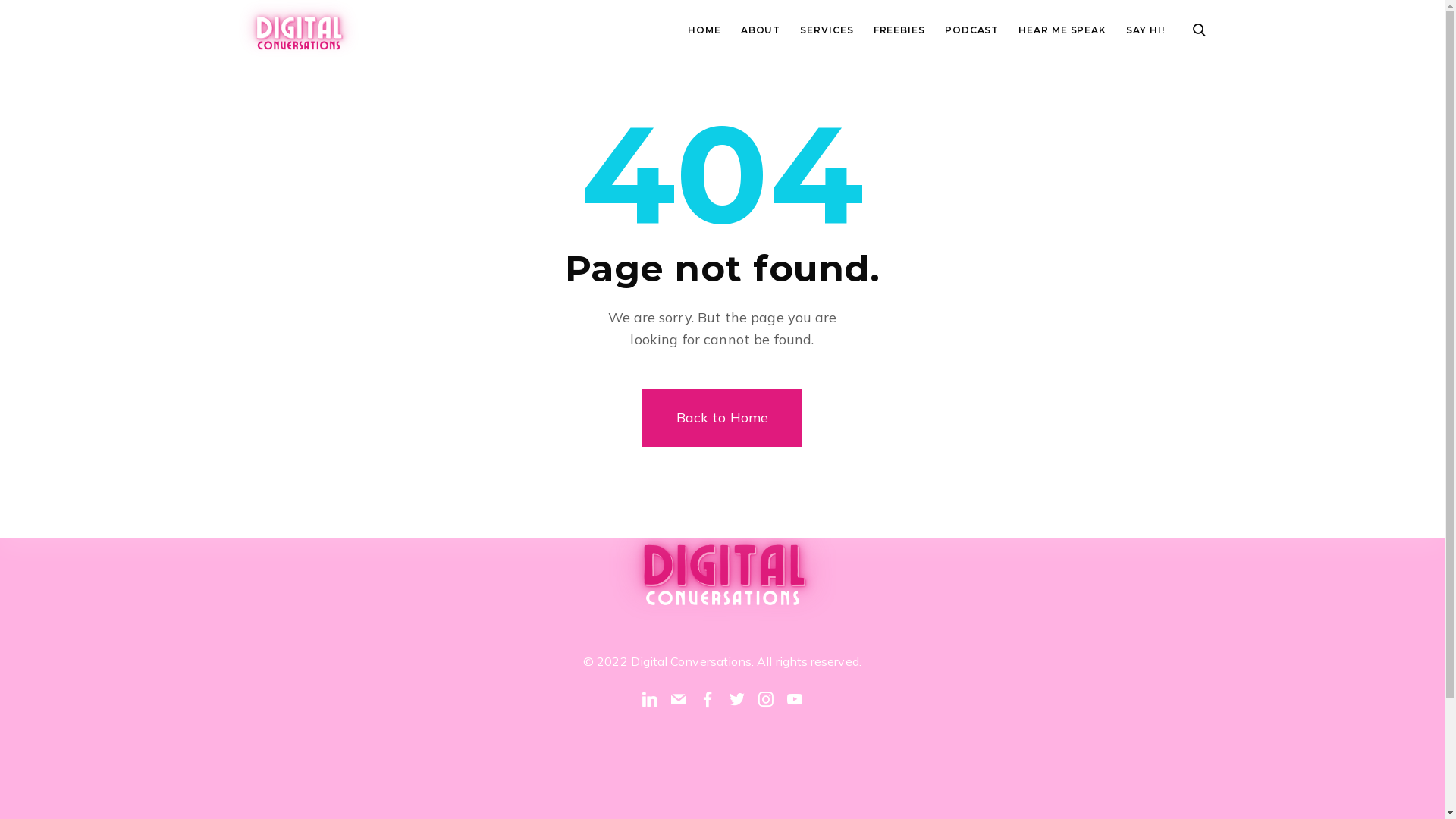  What do you see at coordinates (1062, 30) in the screenshot?
I see `'HEAR ME SPEAK'` at bounding box center [1062, 30].